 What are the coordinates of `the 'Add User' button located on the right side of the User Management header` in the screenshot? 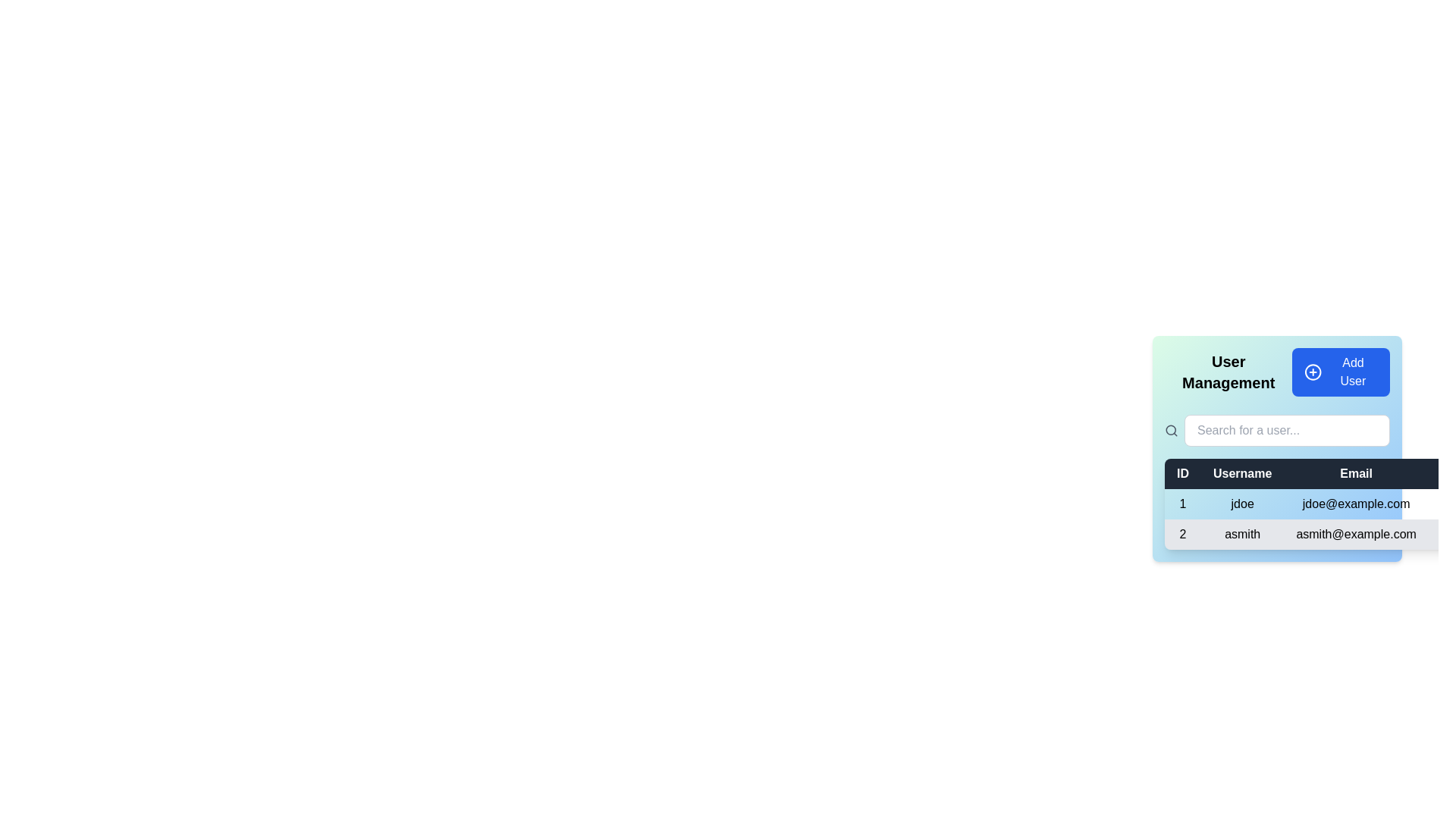 It's located at (1276, 372).